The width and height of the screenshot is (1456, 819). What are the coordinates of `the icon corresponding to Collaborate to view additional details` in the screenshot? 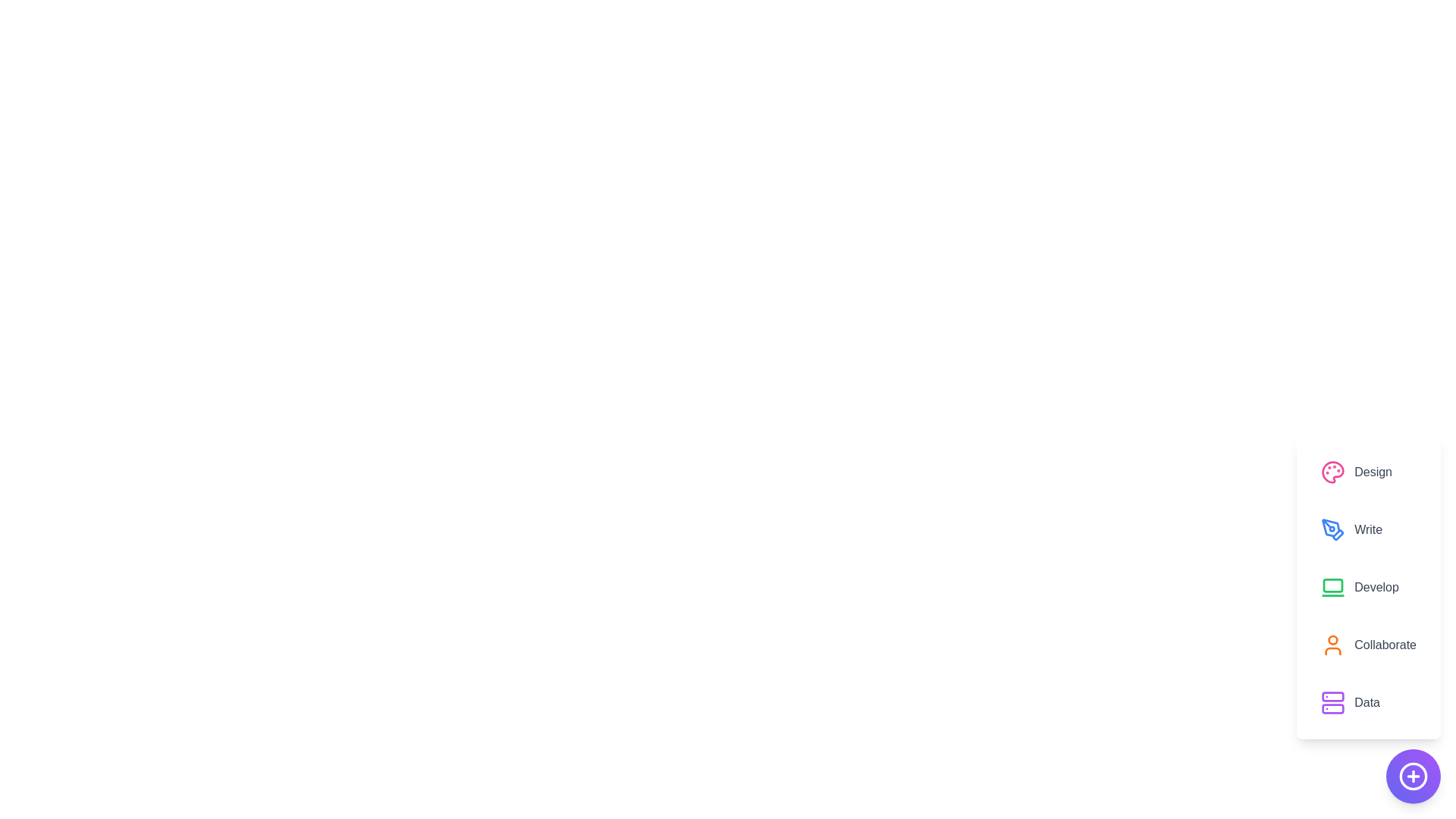 It's located at (1332, 645).